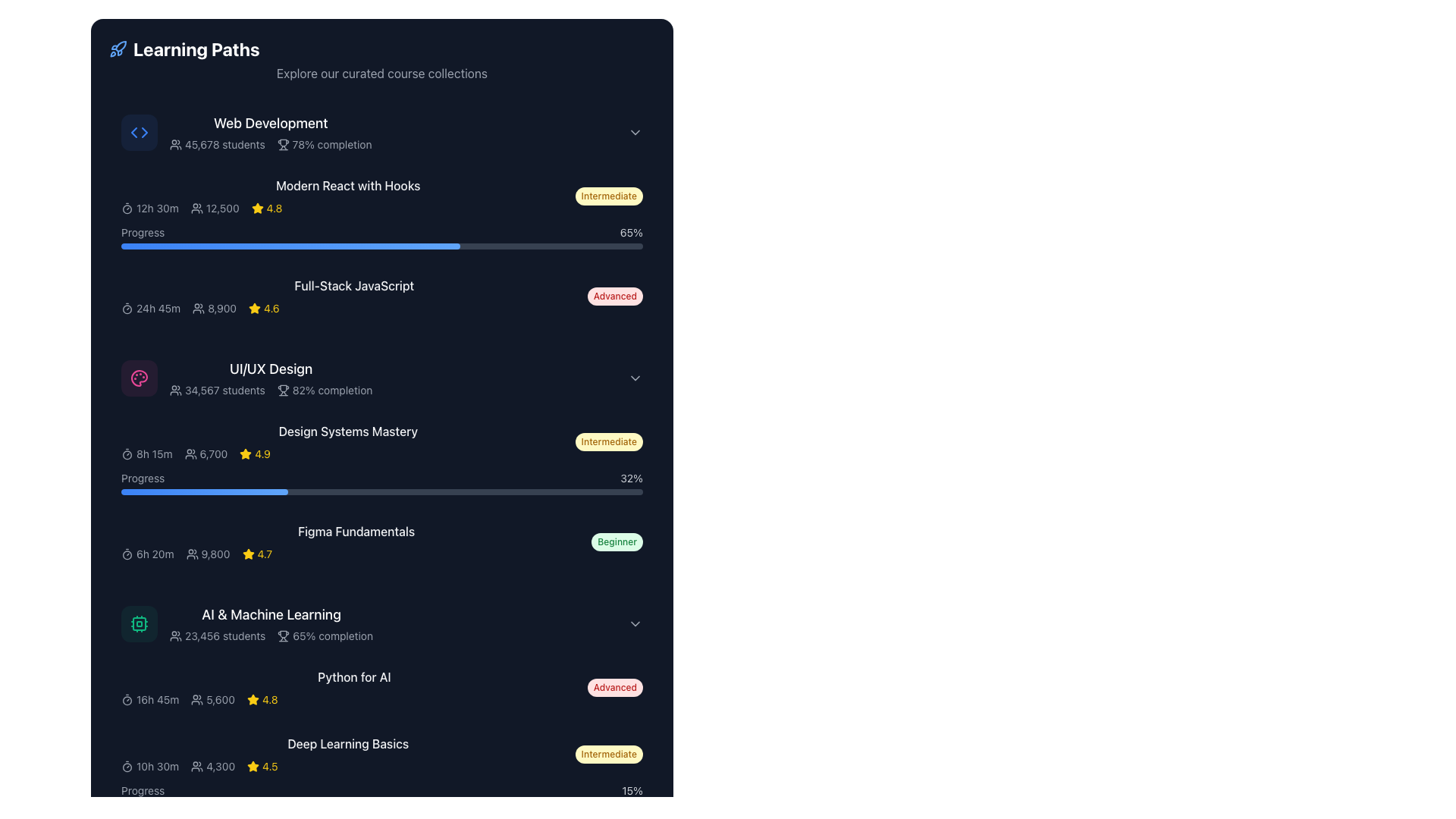 This screenshot has width=1456, height=819. Describe the element at coordinates (271, 308) in the screenshot. I see `rating value displayed as '4.6' in bold yellow font, which is aligned with a star icon, part of the course listing for 'Full-Stack JavaScript'` at that location.